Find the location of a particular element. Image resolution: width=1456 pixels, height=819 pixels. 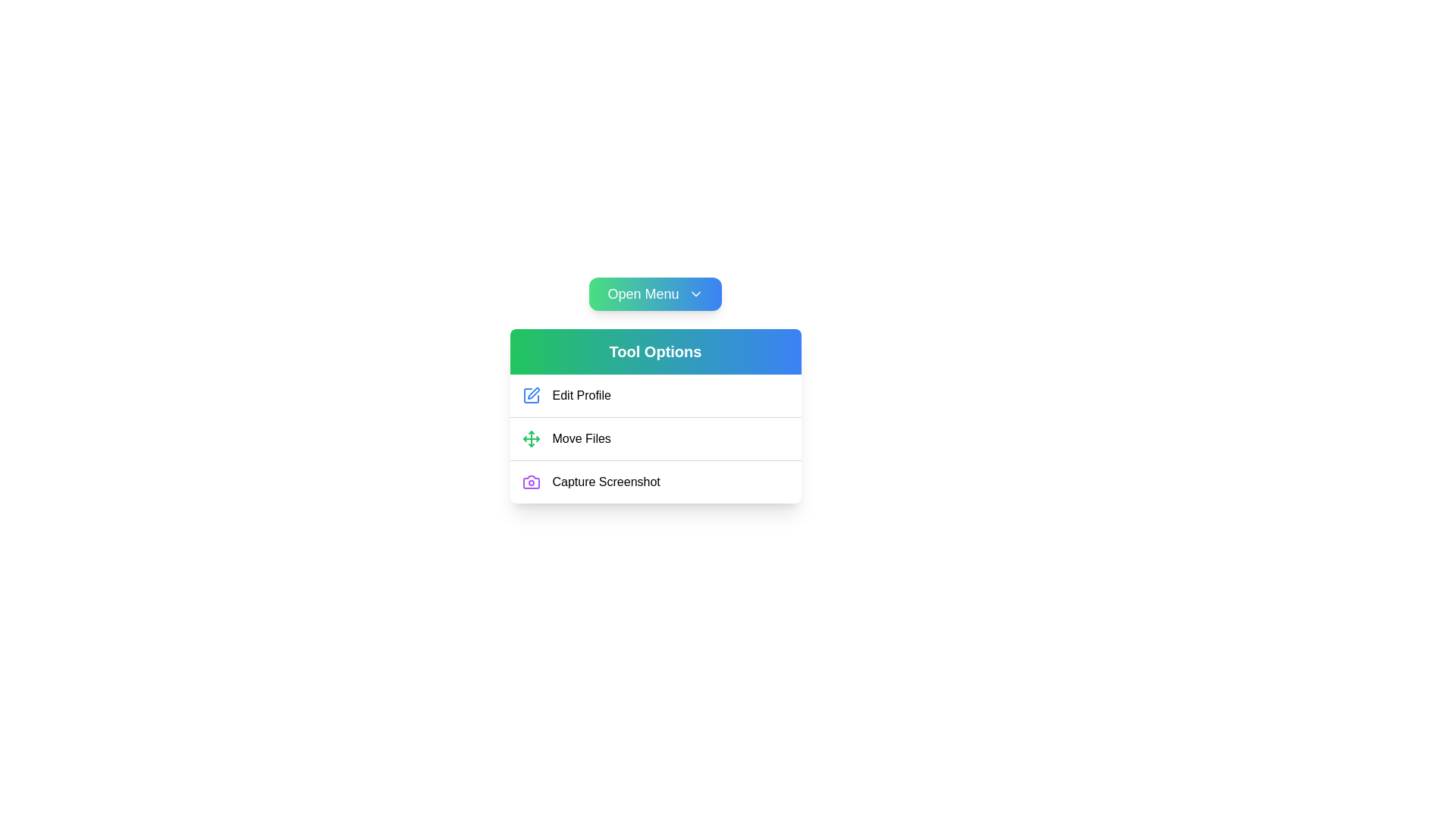

the 'Edit Profile' text label in the 'Tool Options' dropdown menu is located at coordinates (581, 394).